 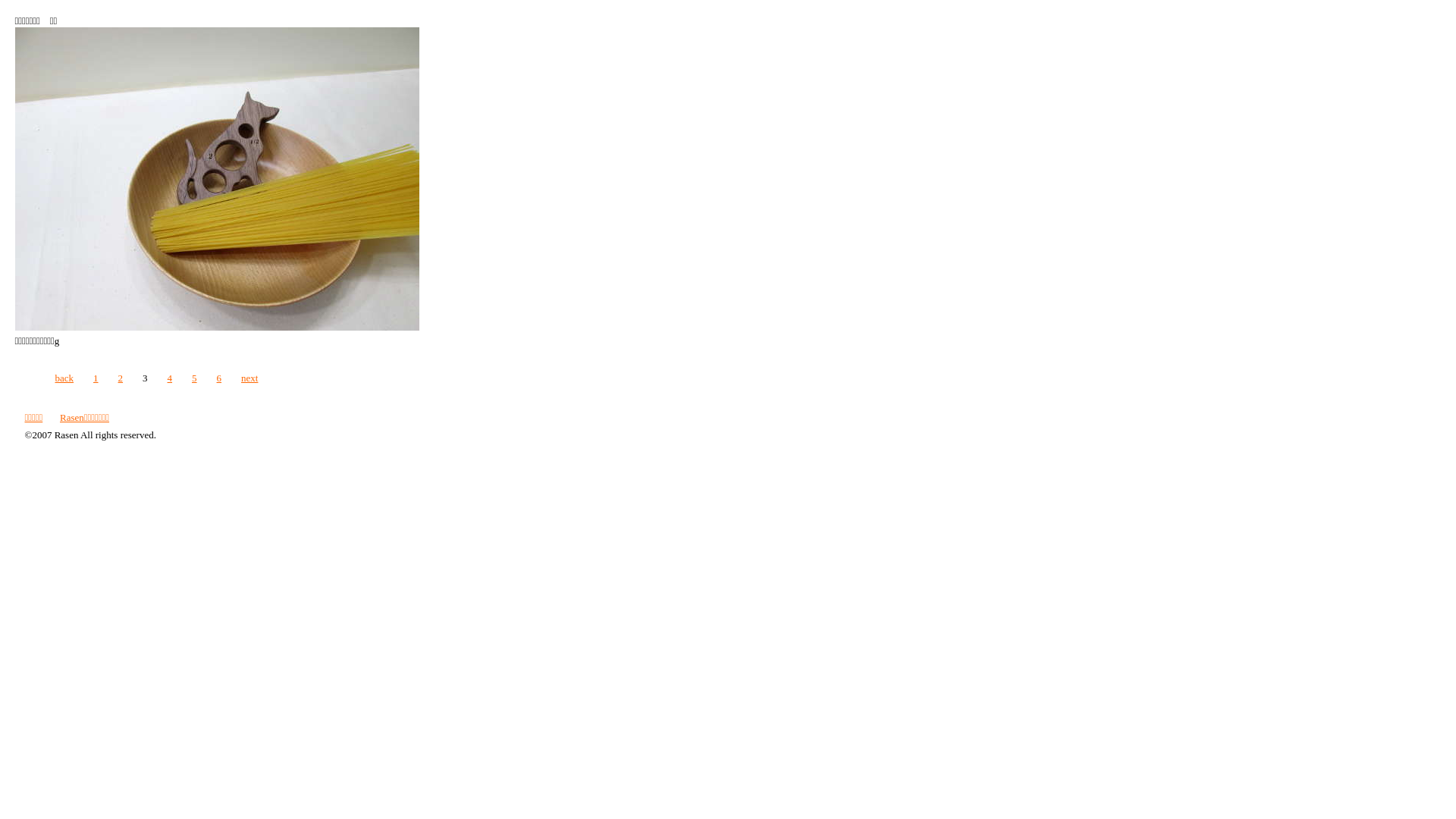 What do you see at coordinates (193, 376) in the screenshot?
I see `'5'` at bounding box center [193, 376].